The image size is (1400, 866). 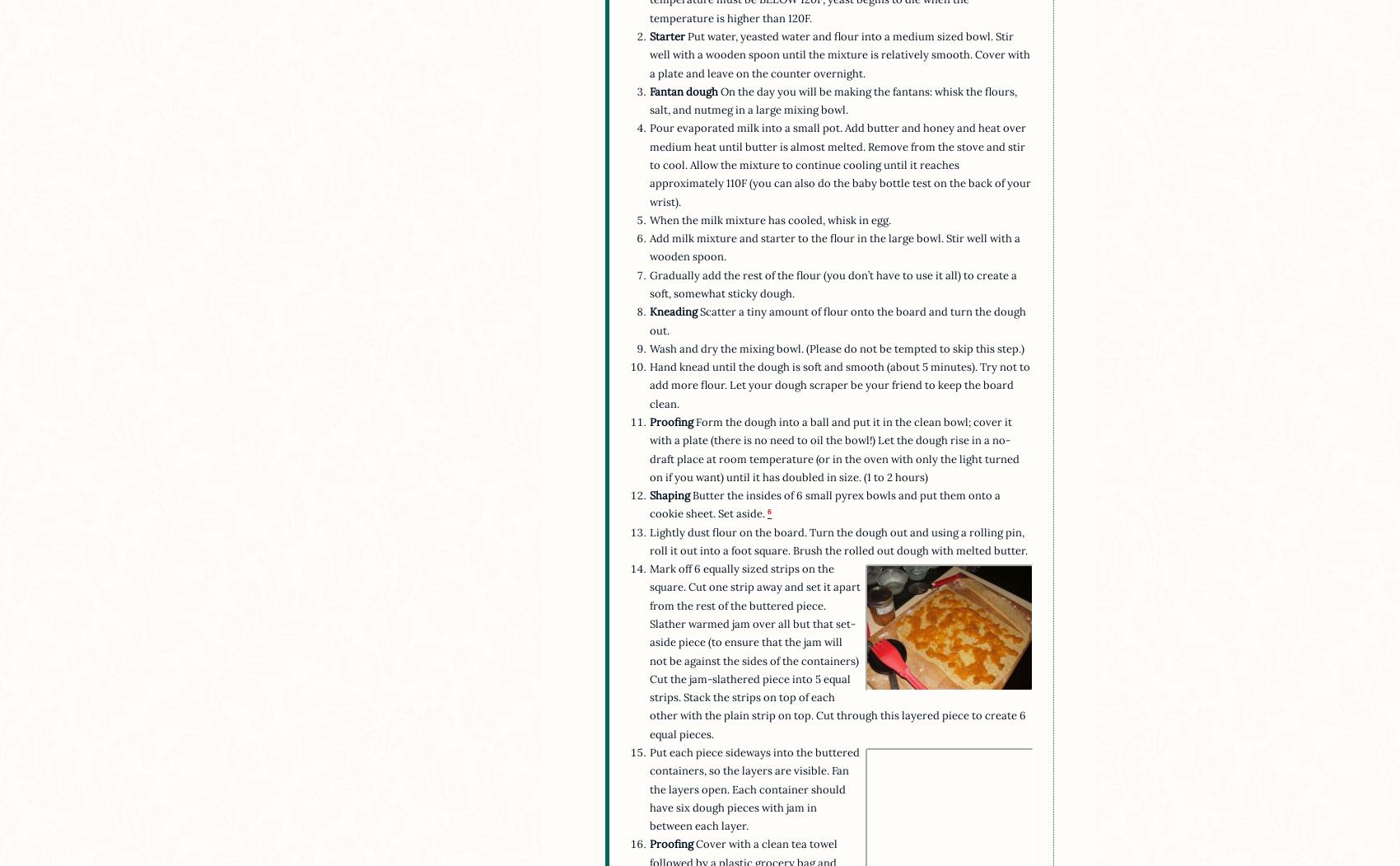 I want to click on 'On the day you will be making the fantans: whisk the flours, salt, and nutmeg in a large mixing bowl.', so click(x=833, y=100).